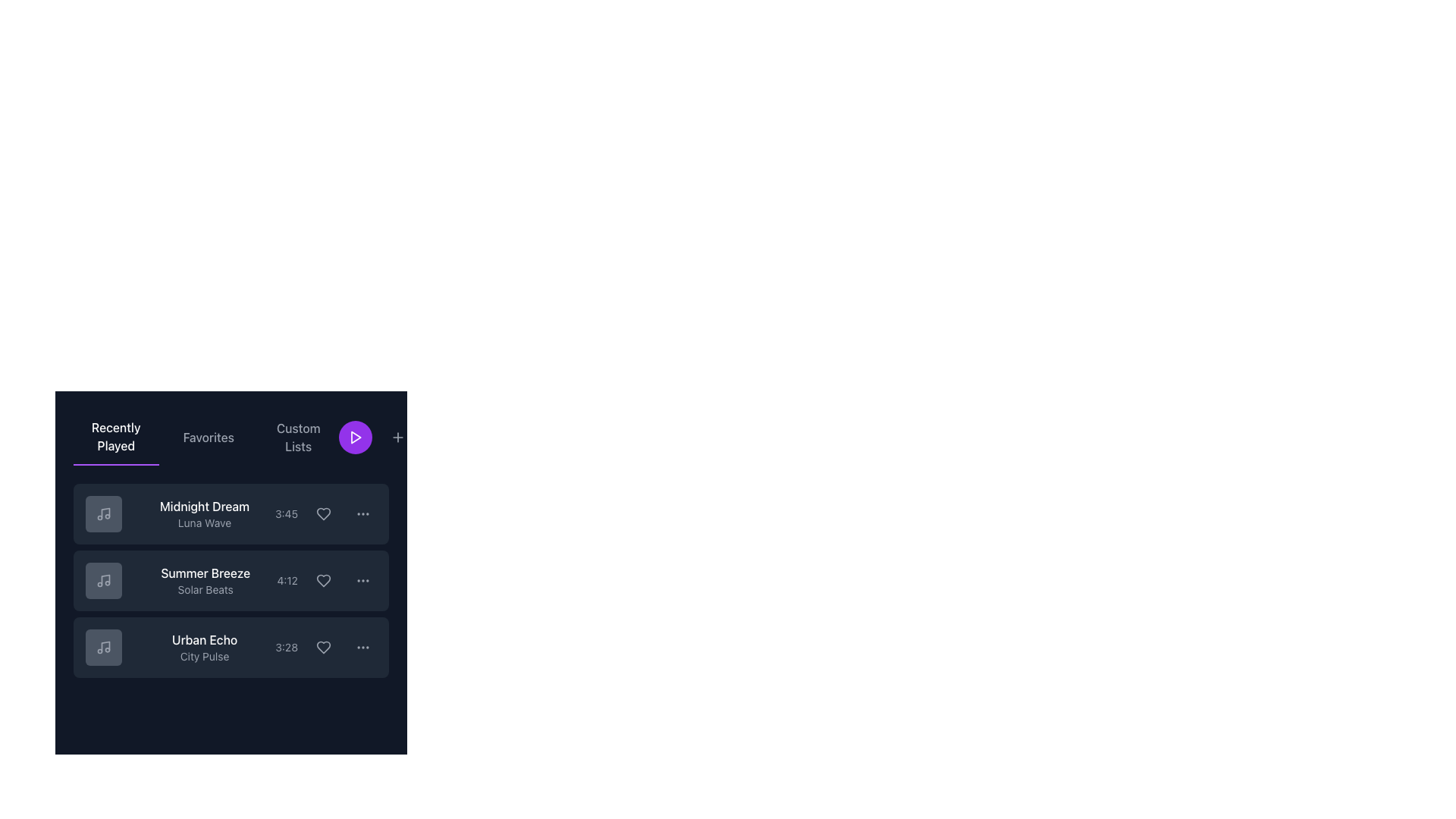 The height and width of the screenshot is (819, 1456). What do you see at coordinates (103, 647) in the screenshot?
I see `the media icon representing 'Urban Echo'` at bounding box center [103, 647].